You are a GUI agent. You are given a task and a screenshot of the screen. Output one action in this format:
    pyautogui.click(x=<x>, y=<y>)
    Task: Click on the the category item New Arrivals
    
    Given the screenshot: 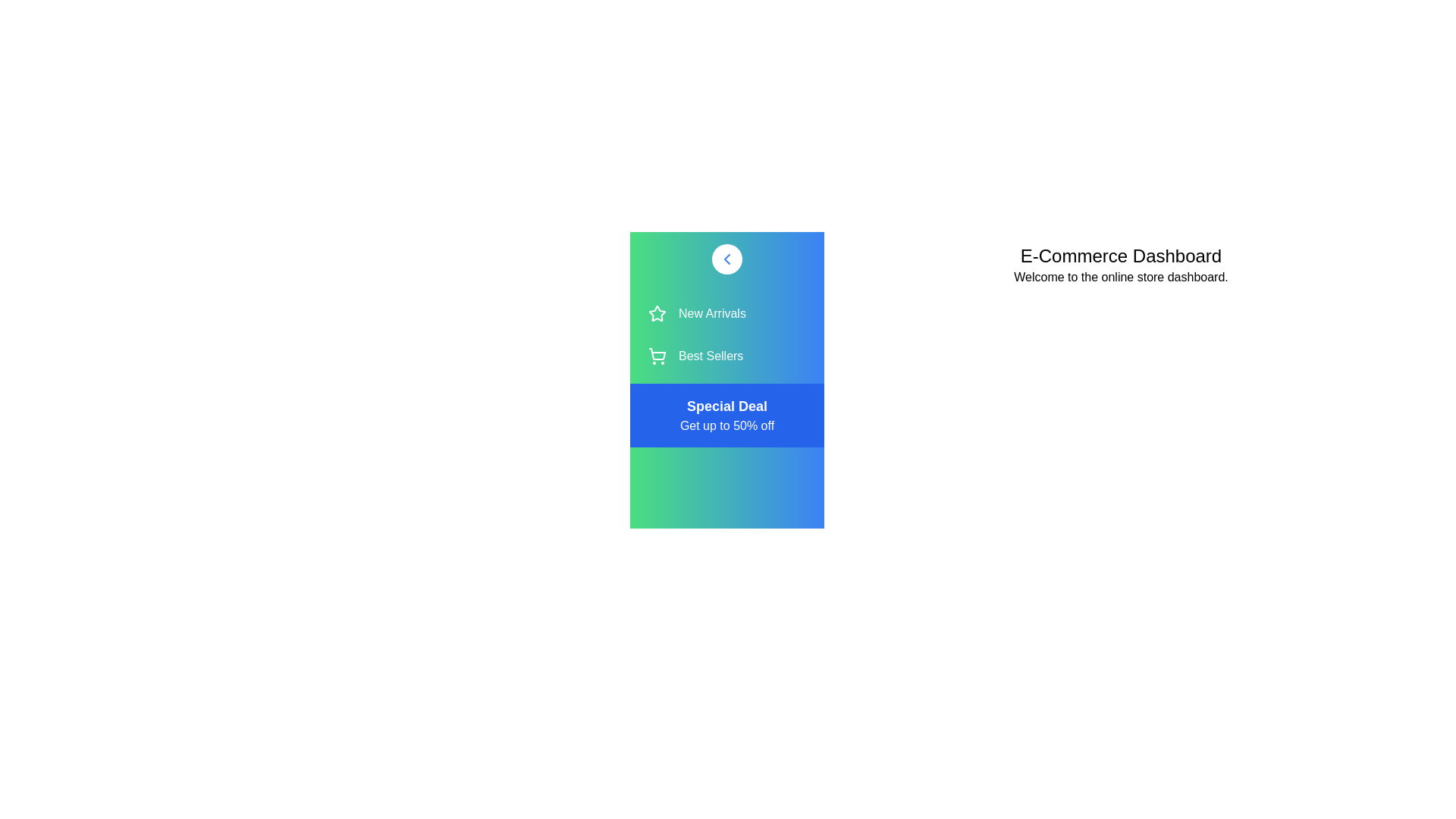 What is the action you would take?
    pyautogui.click(x=726, y=312)
    